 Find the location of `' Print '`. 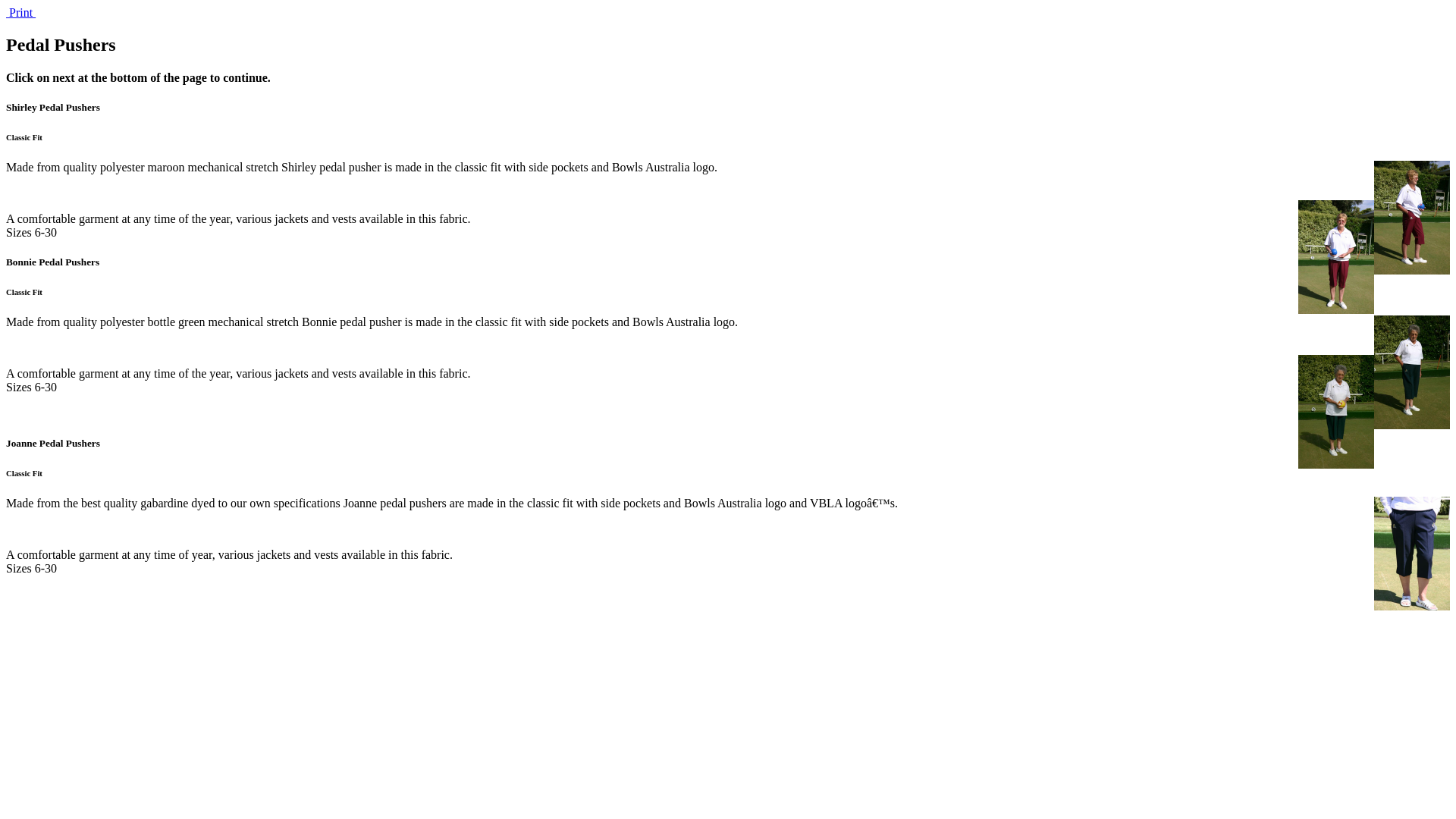

' Print ' is located at coordinates (20, 12).